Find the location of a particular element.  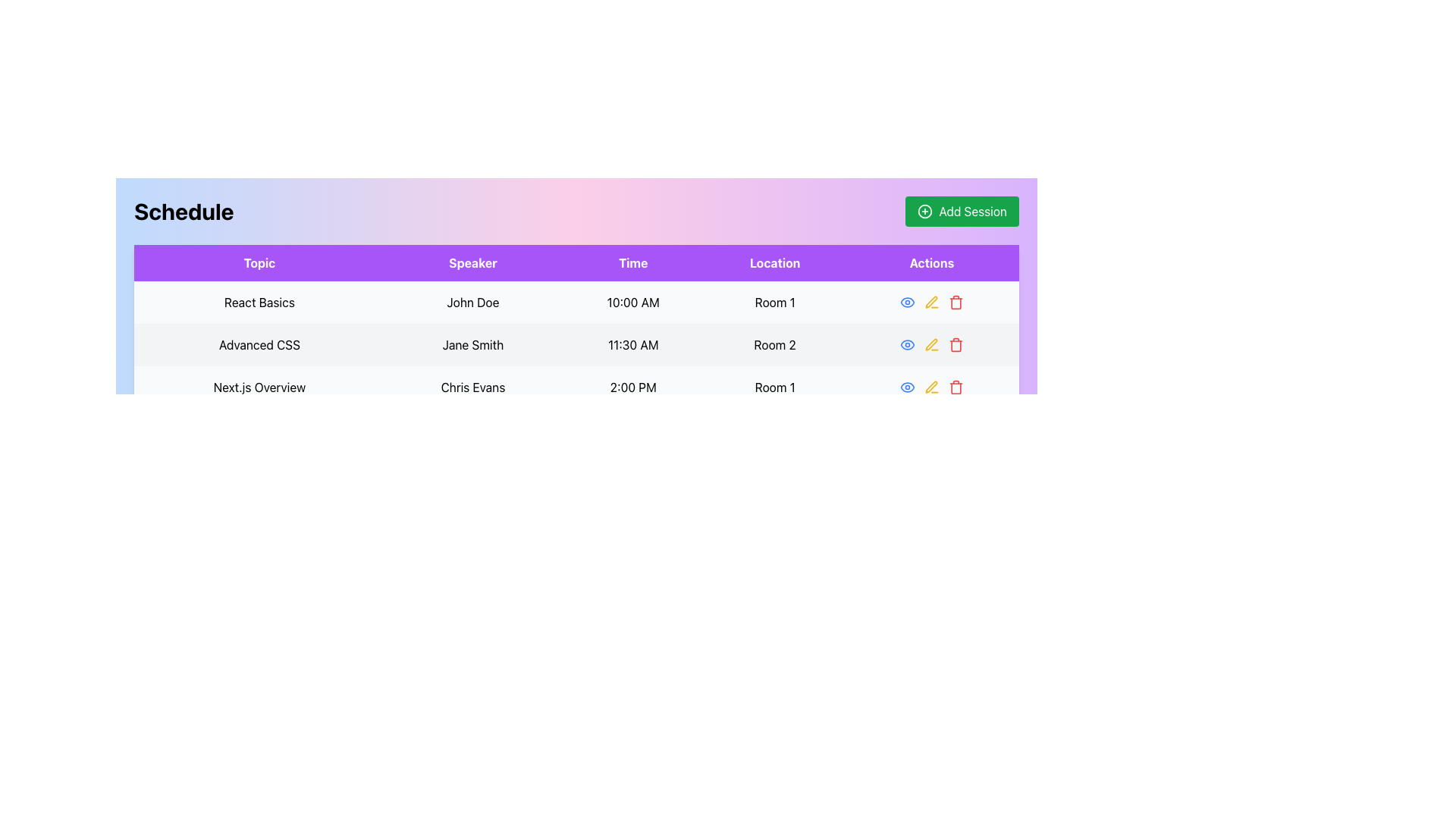

the static text label displaying 'Time' in bold white font, which is the third column header in a table, positioned between the 'Speaker' and 'Location' headers is located at coordinates (633, 262).